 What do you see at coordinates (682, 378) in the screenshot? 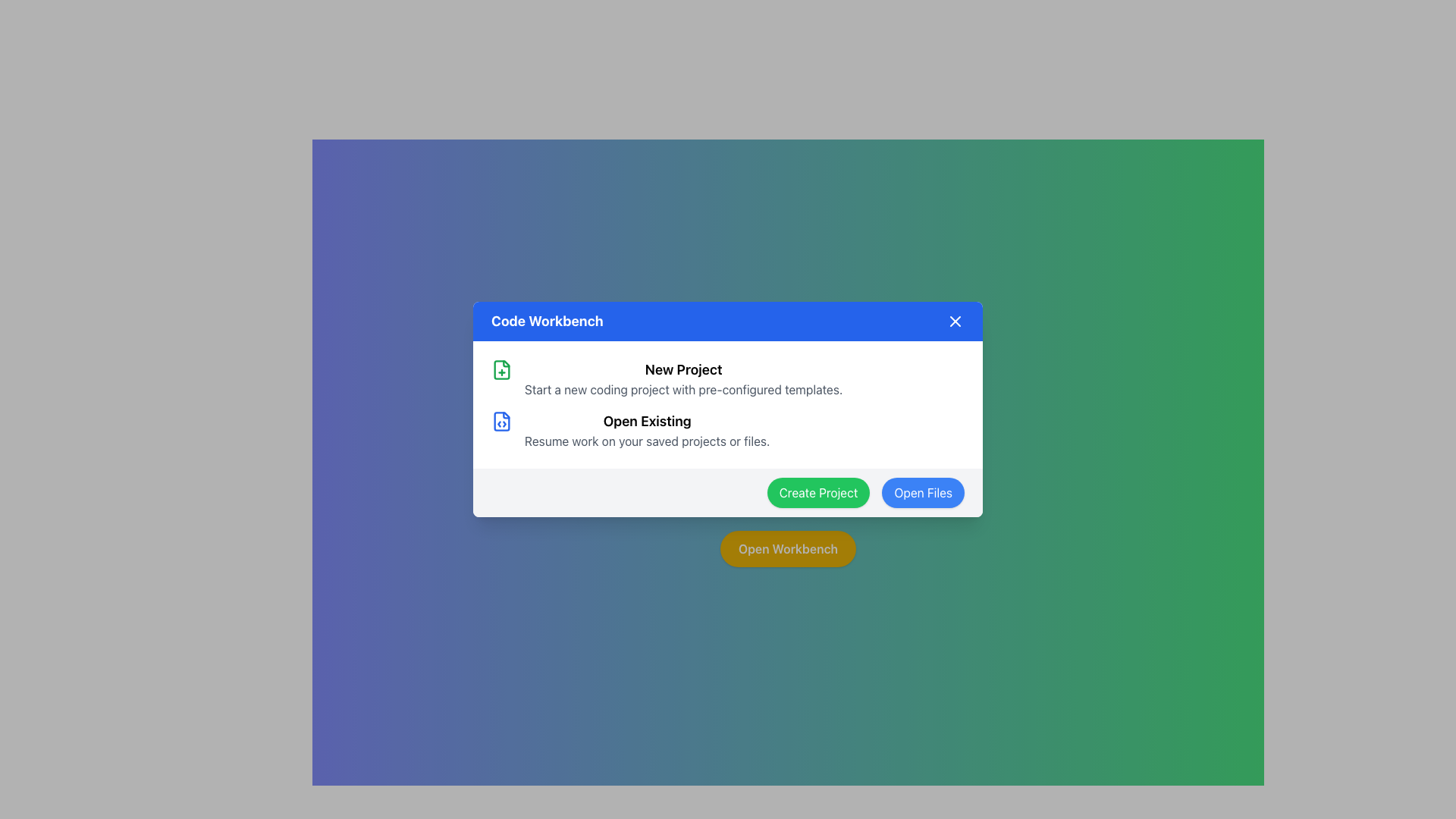
I see `the Informational Text Block titled 'New Project' that provides a description for starting a new coding project, located in the dialog box titled 'Code Workbench'` at bounding box center [682, 378].